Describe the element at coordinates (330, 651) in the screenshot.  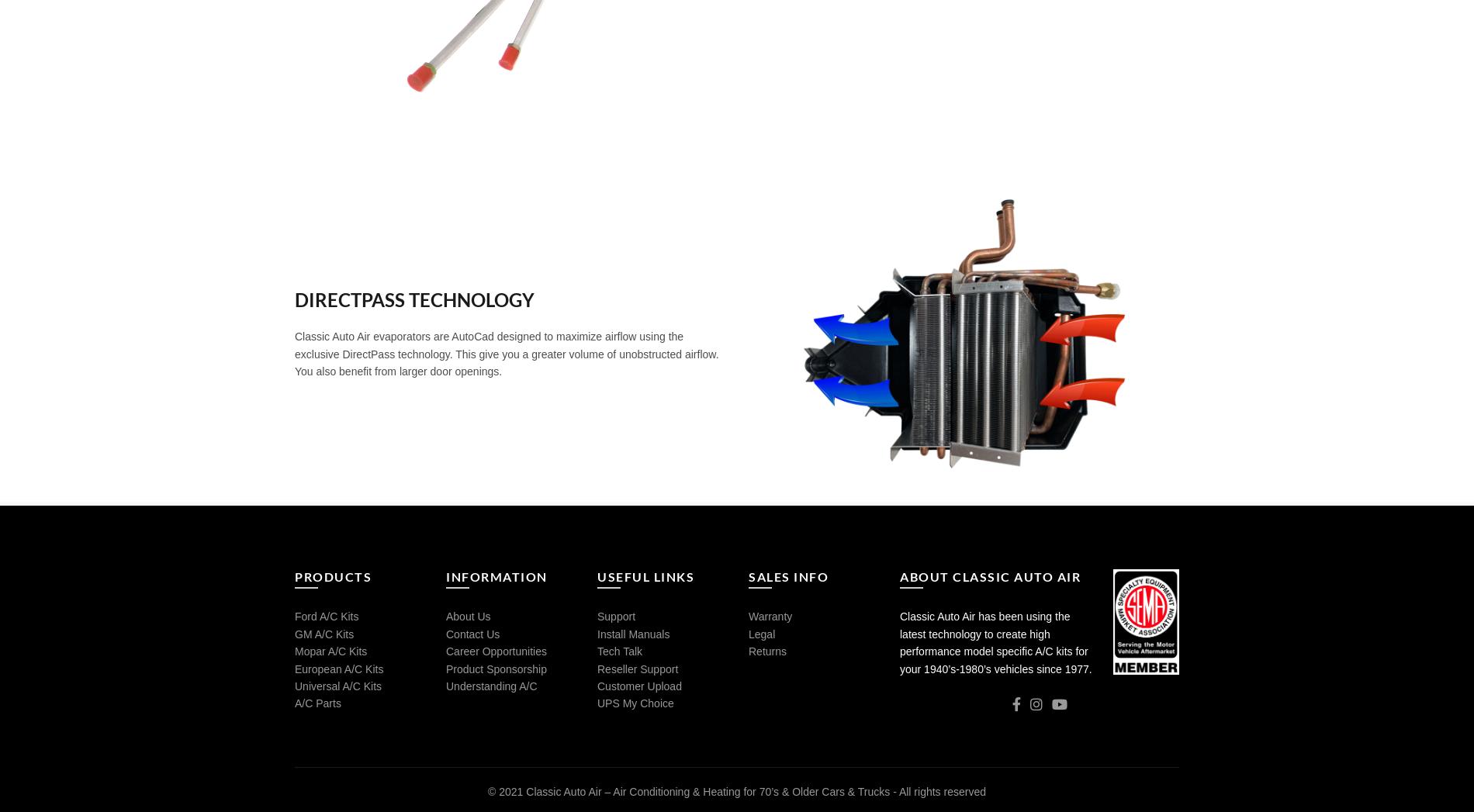
I see `'Mopar A/C Kits'` at that location.